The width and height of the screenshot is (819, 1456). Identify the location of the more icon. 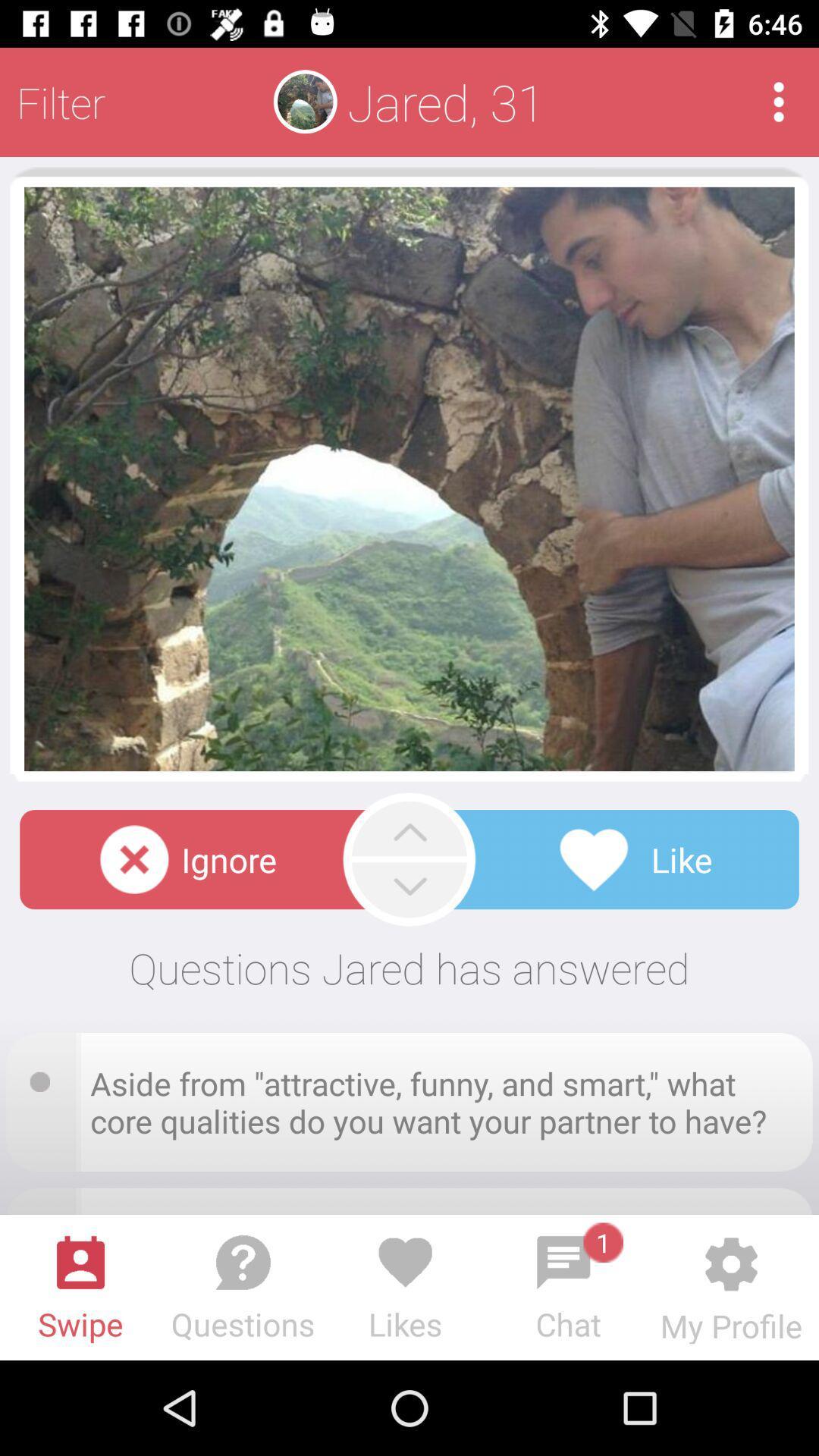
(779, 101).